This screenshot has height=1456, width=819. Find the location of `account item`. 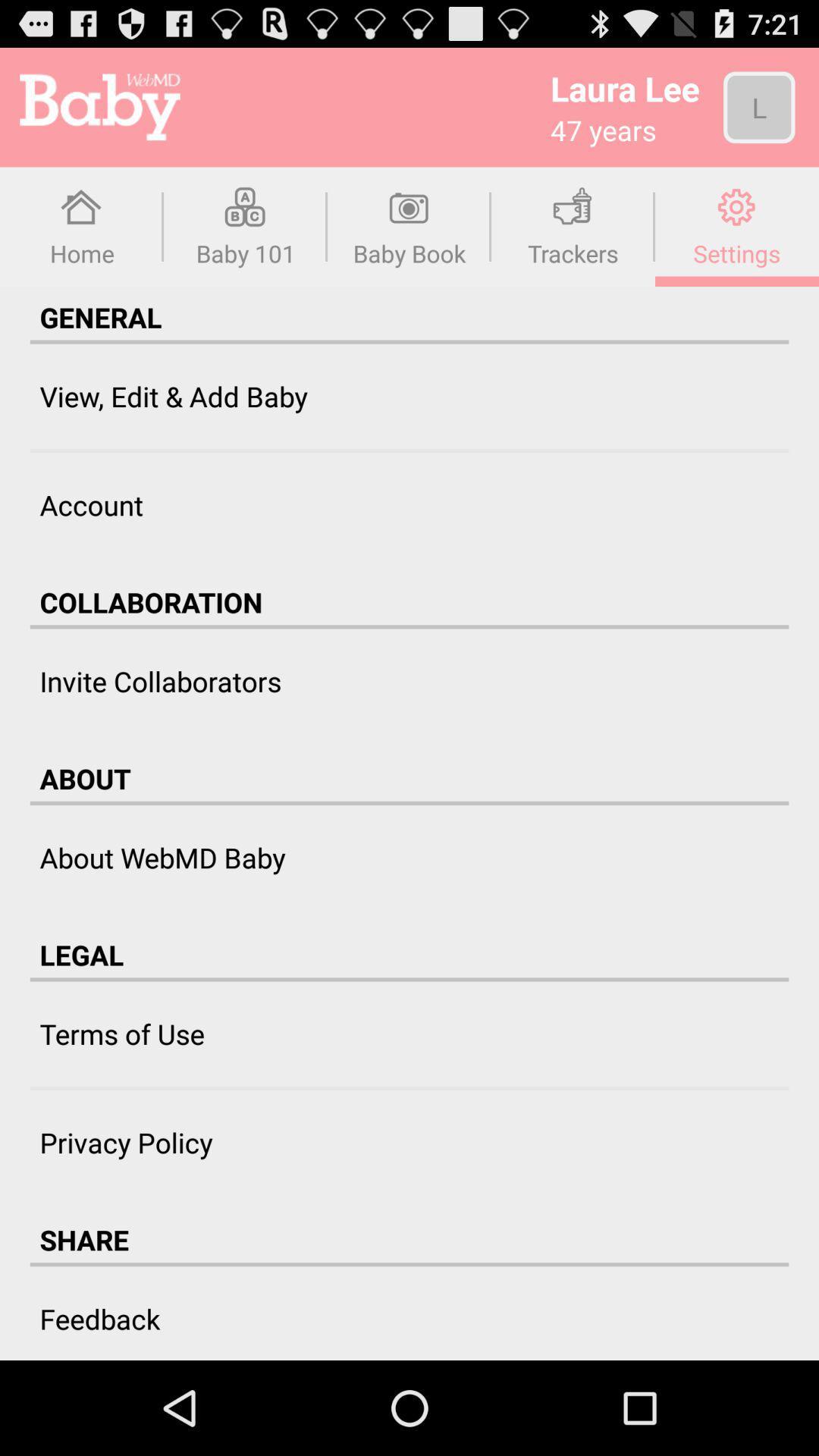

account item is located at coordinates (91, 505).